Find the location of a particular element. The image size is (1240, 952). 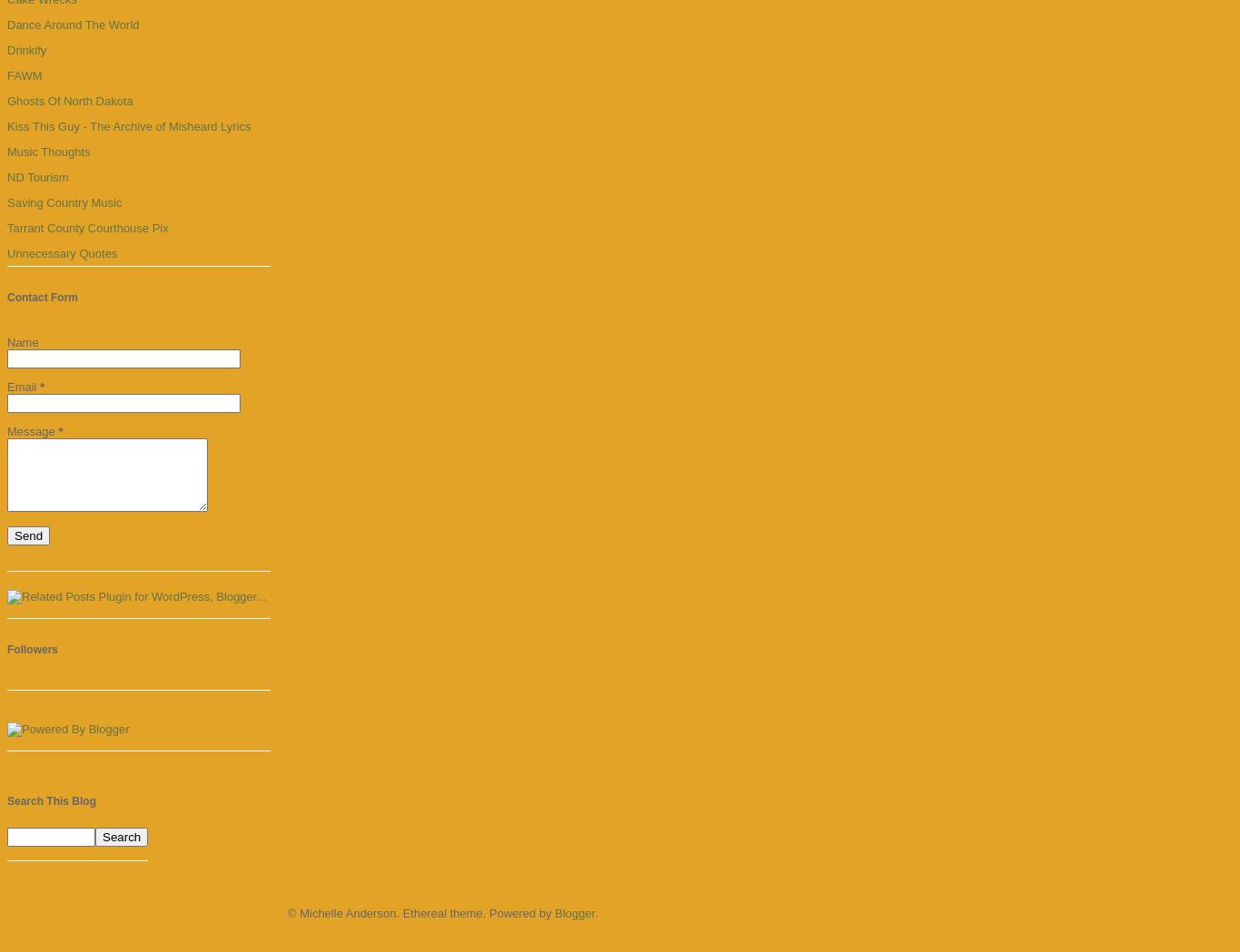

'Search This Blog' is located at coordinates (51, 800).